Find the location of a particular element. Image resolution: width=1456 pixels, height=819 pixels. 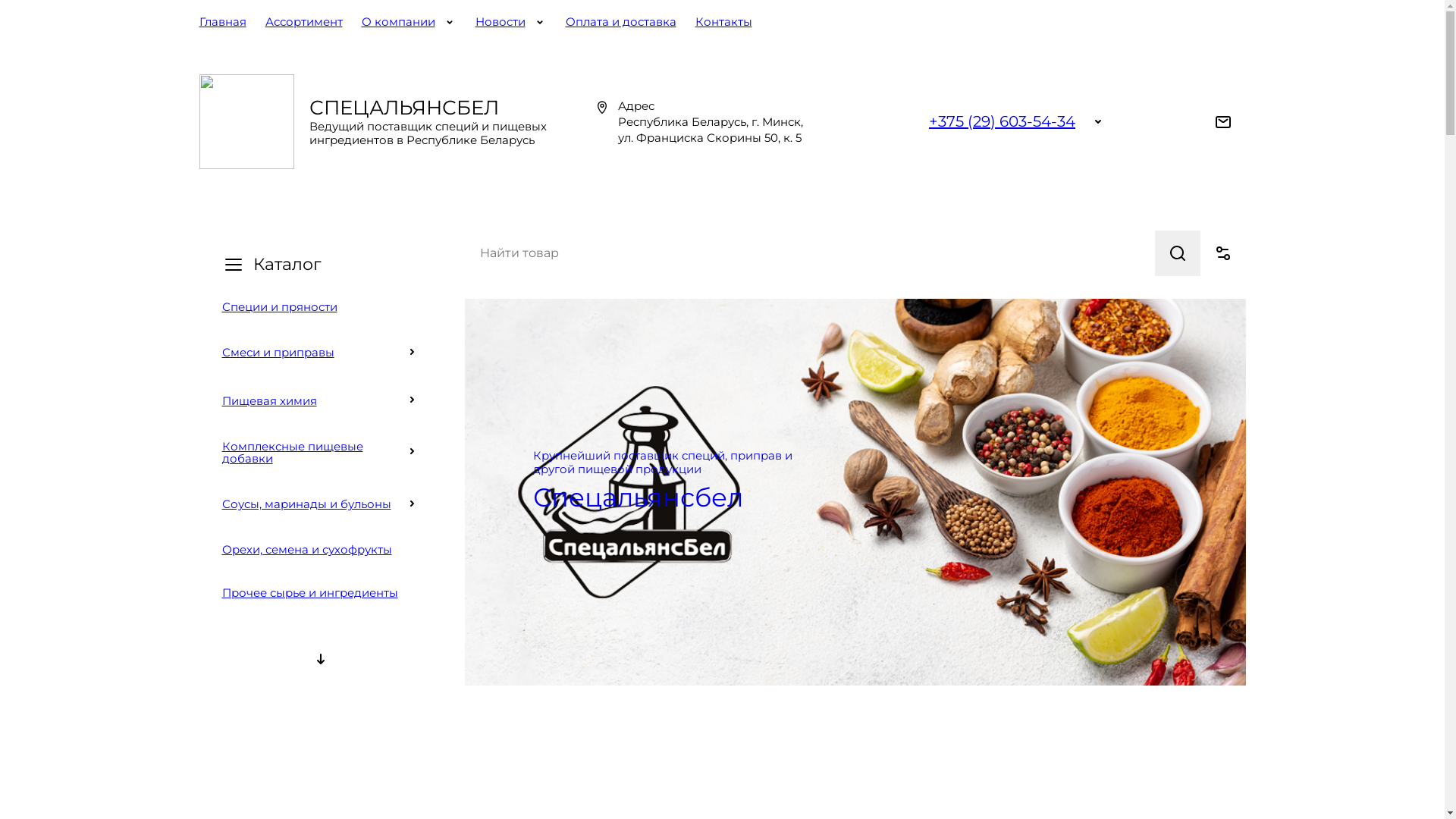

'Viber' is located at coordinates (906, 120).